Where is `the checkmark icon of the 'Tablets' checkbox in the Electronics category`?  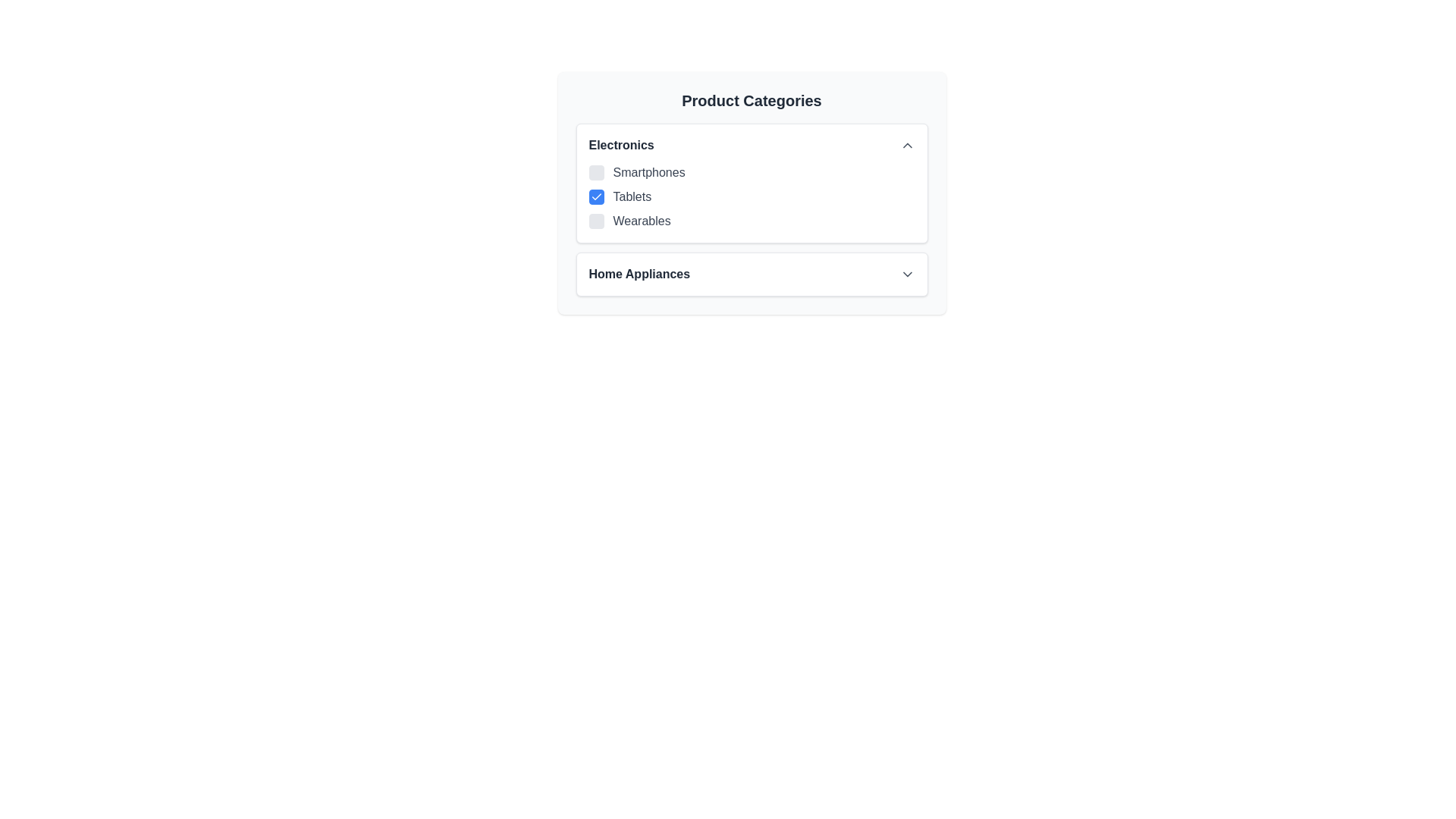 the checkmark icon of the 'Tablets' checkbox in the Electronics category is located at coordinates (595, 196).